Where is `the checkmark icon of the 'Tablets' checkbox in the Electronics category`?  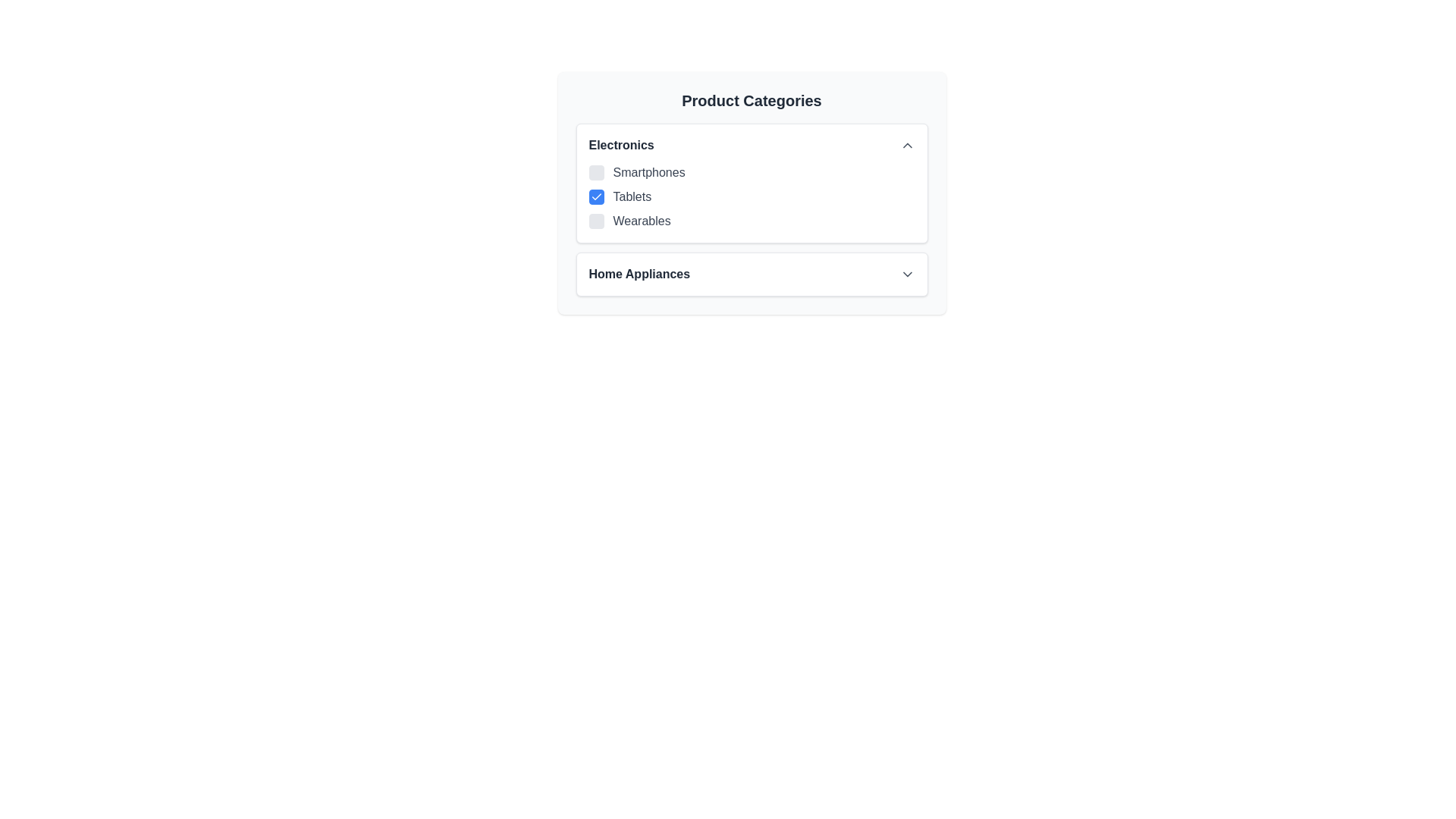 the checkmark icon of the 'Tablets' checkbox in the Electronics category is located at coordinates (595, 196).